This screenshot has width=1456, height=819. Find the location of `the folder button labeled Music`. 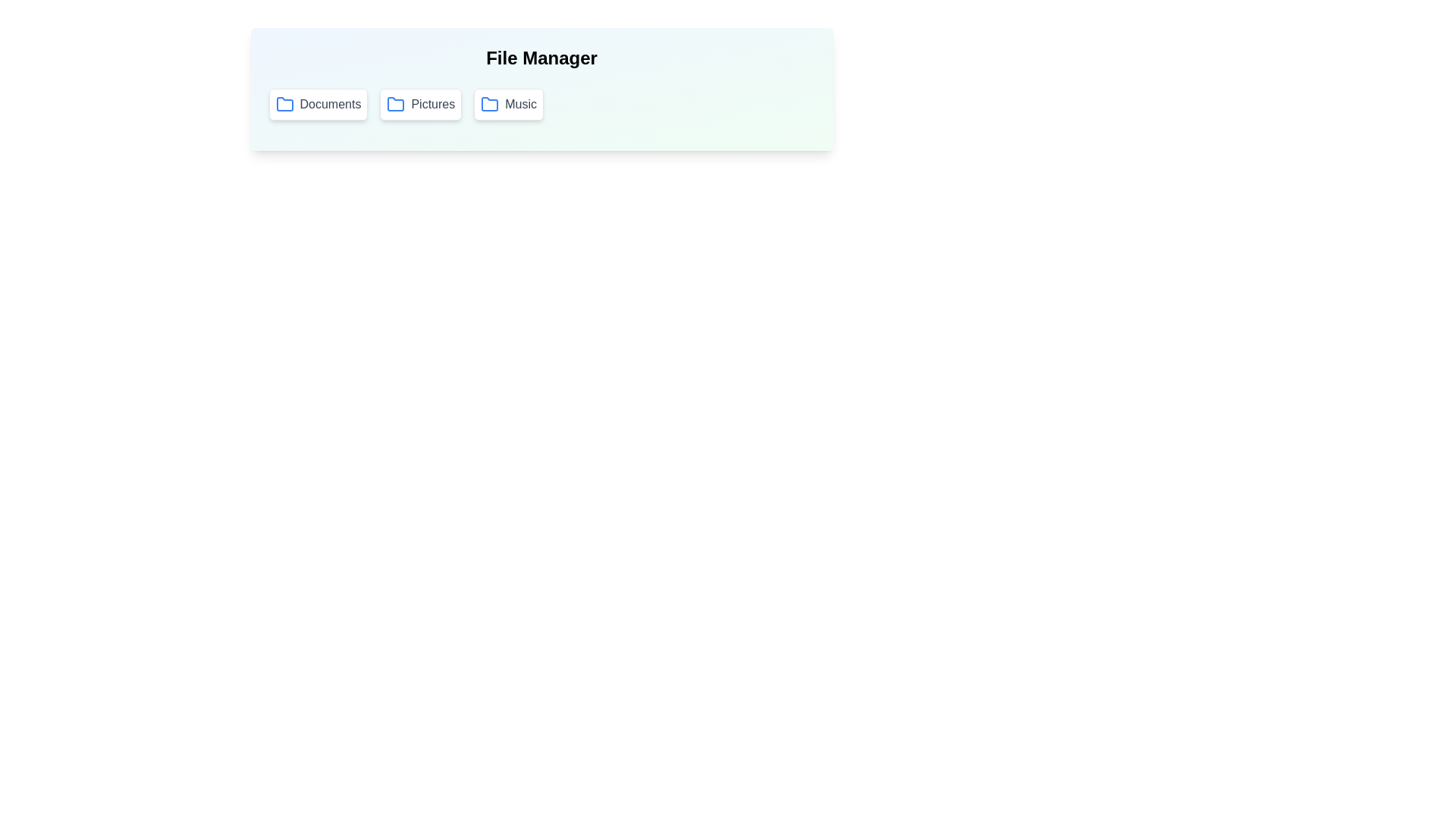

the folder button labeled Music is located at coordinates (509, 104).